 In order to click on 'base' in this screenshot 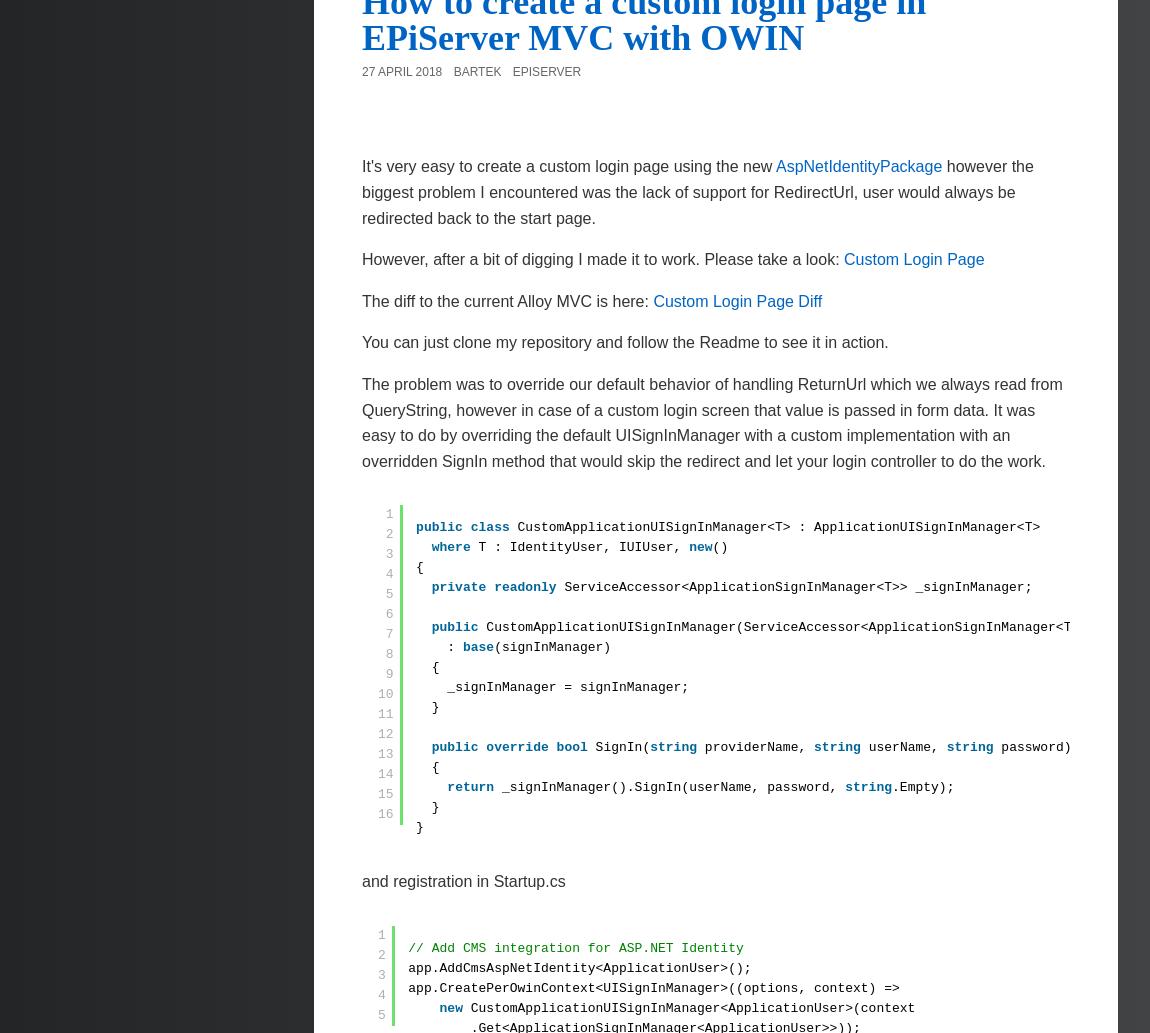, I will do `click(461, 646)`.